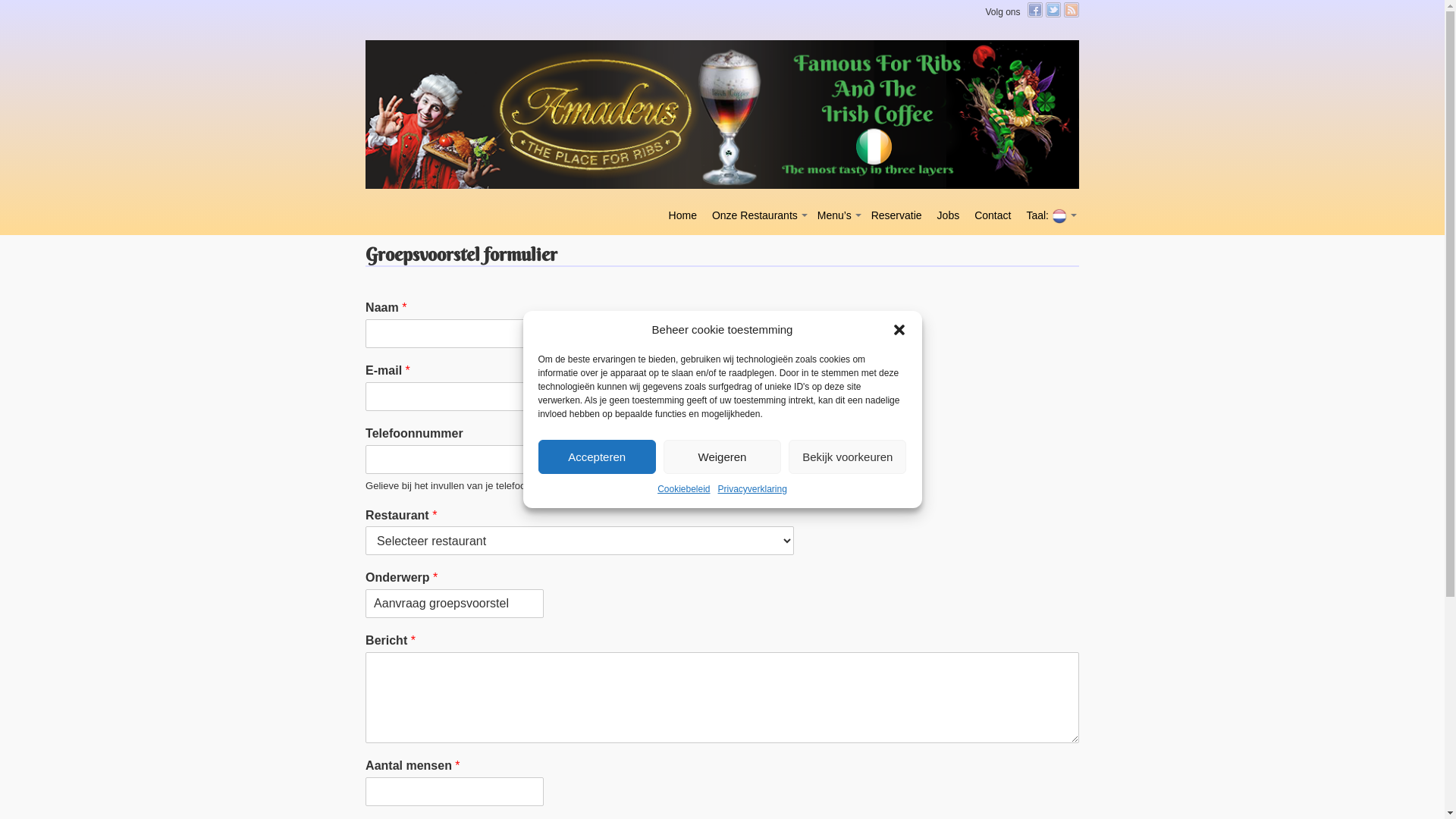 The width and height of the screenshot is (1456, 819). What do you see at coordinates (1051, 9) in the screenshot?
I see `'Twitter'` at bounding box center [1051, 9].